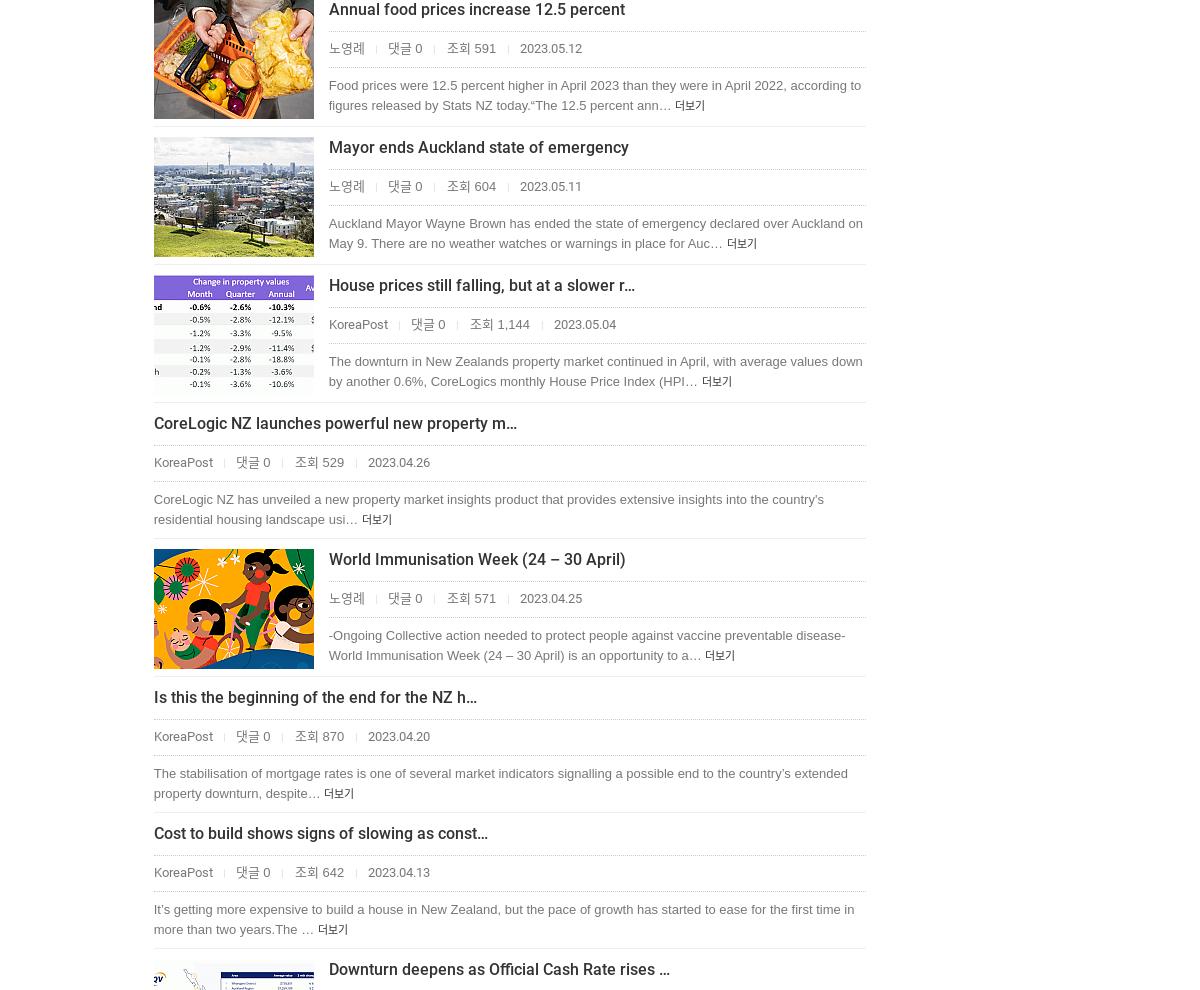 Image resolution: width=1200 pixels, height=990 pixels. I want to click on '2023.05.11', so click(515, 186).